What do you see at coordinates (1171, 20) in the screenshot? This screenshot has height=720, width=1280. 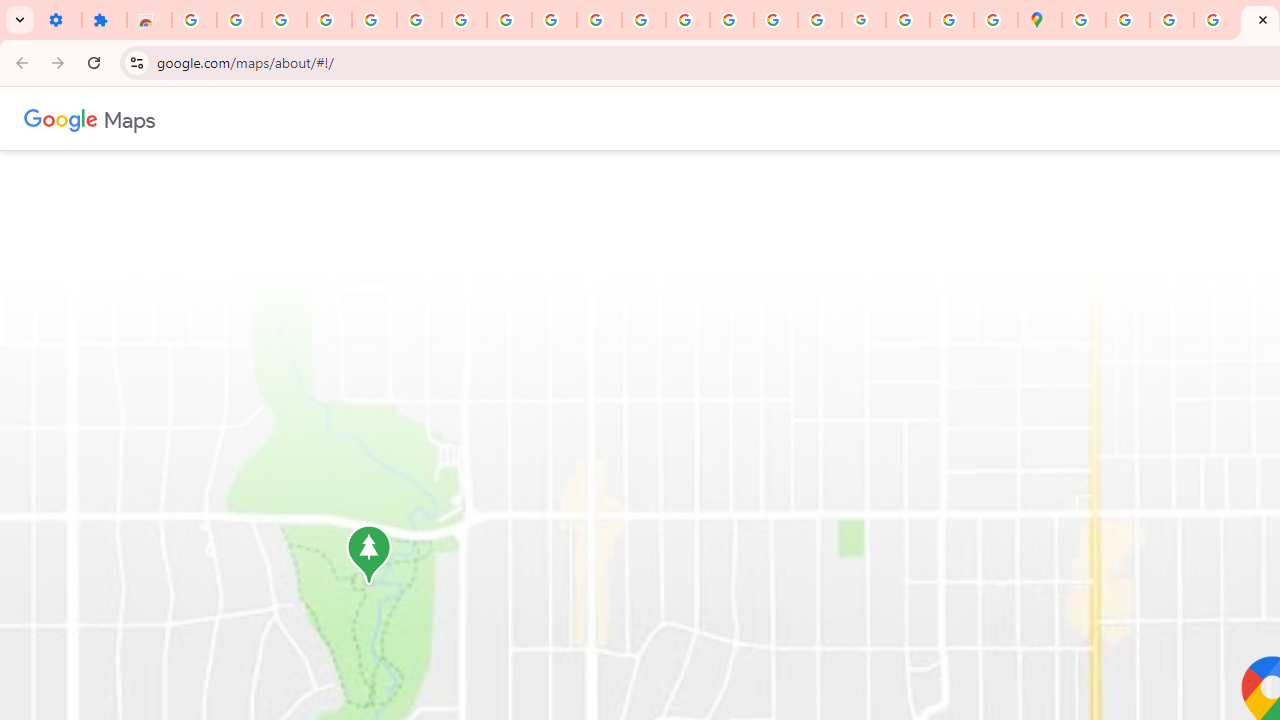 I see `'Create your Google Account'` at bounding box center [1171, 20].